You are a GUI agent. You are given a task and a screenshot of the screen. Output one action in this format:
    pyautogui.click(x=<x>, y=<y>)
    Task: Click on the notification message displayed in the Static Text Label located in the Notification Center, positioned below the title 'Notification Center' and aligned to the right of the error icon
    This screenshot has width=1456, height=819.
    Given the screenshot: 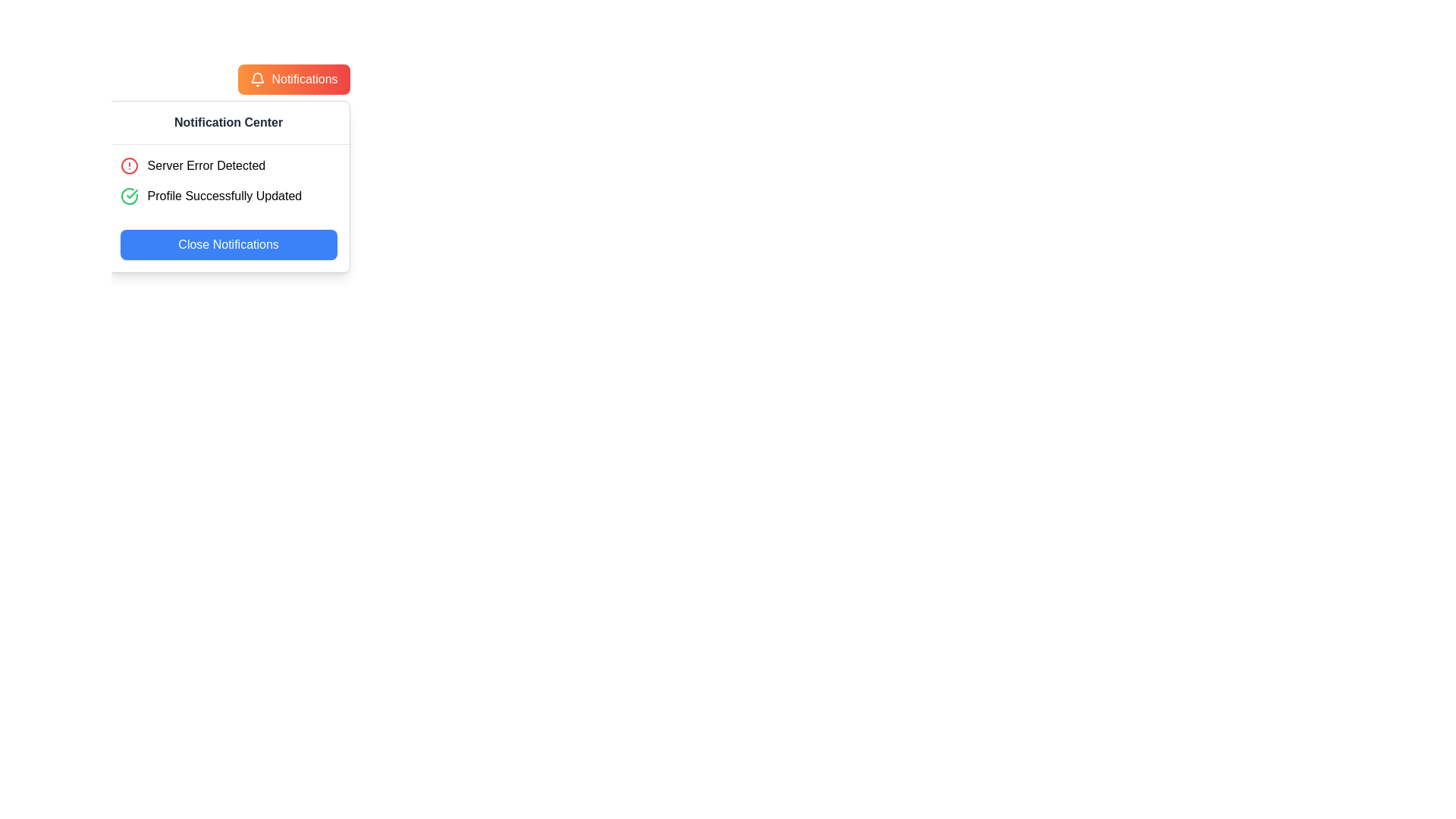 What is the action you would take?
    pyautogui.click(x=206, y=166)
    